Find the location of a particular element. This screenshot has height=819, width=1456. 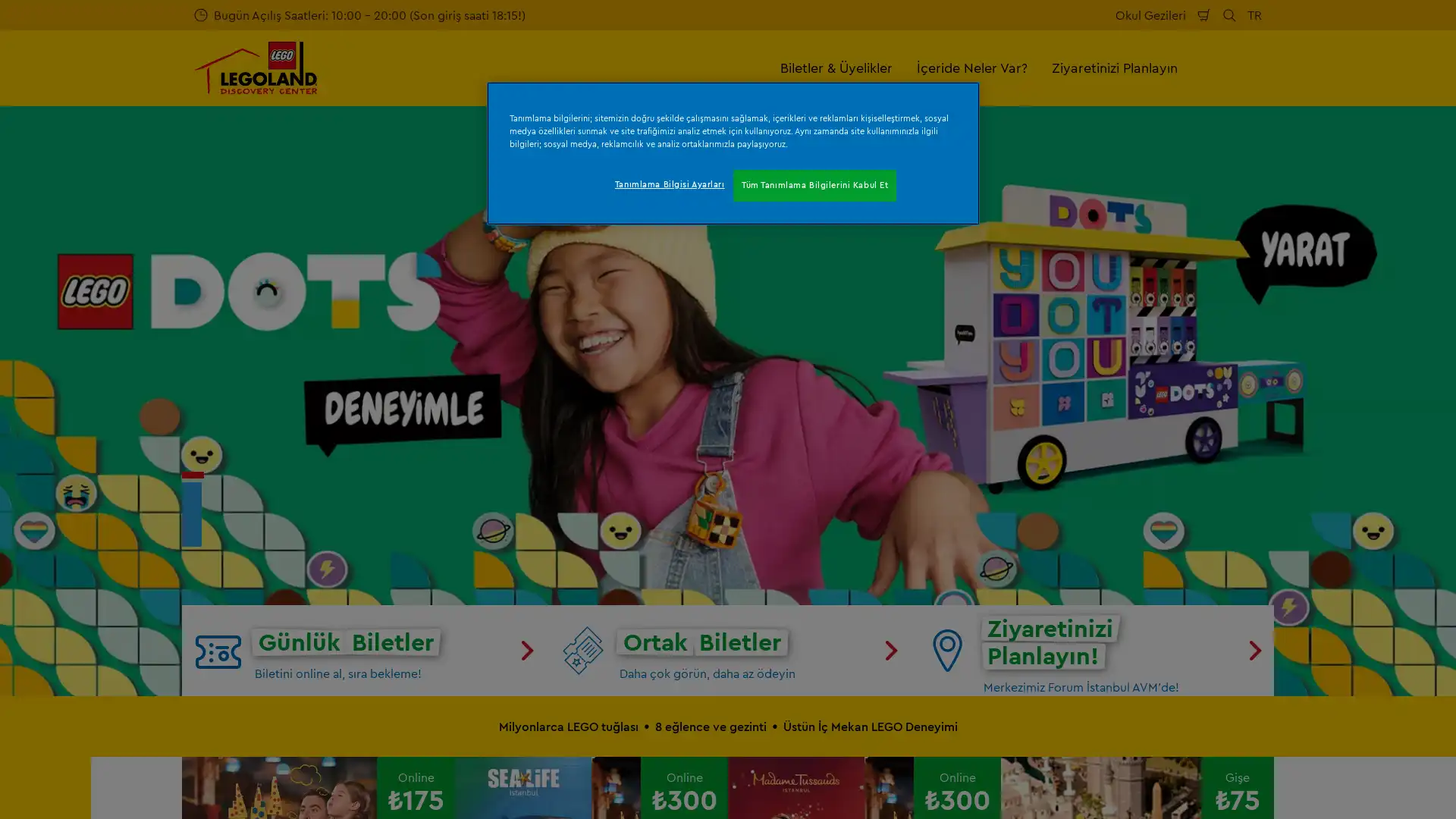

Tum Tanmlama Bilgilerini Kabul Et is located at coordinates (814, 185).